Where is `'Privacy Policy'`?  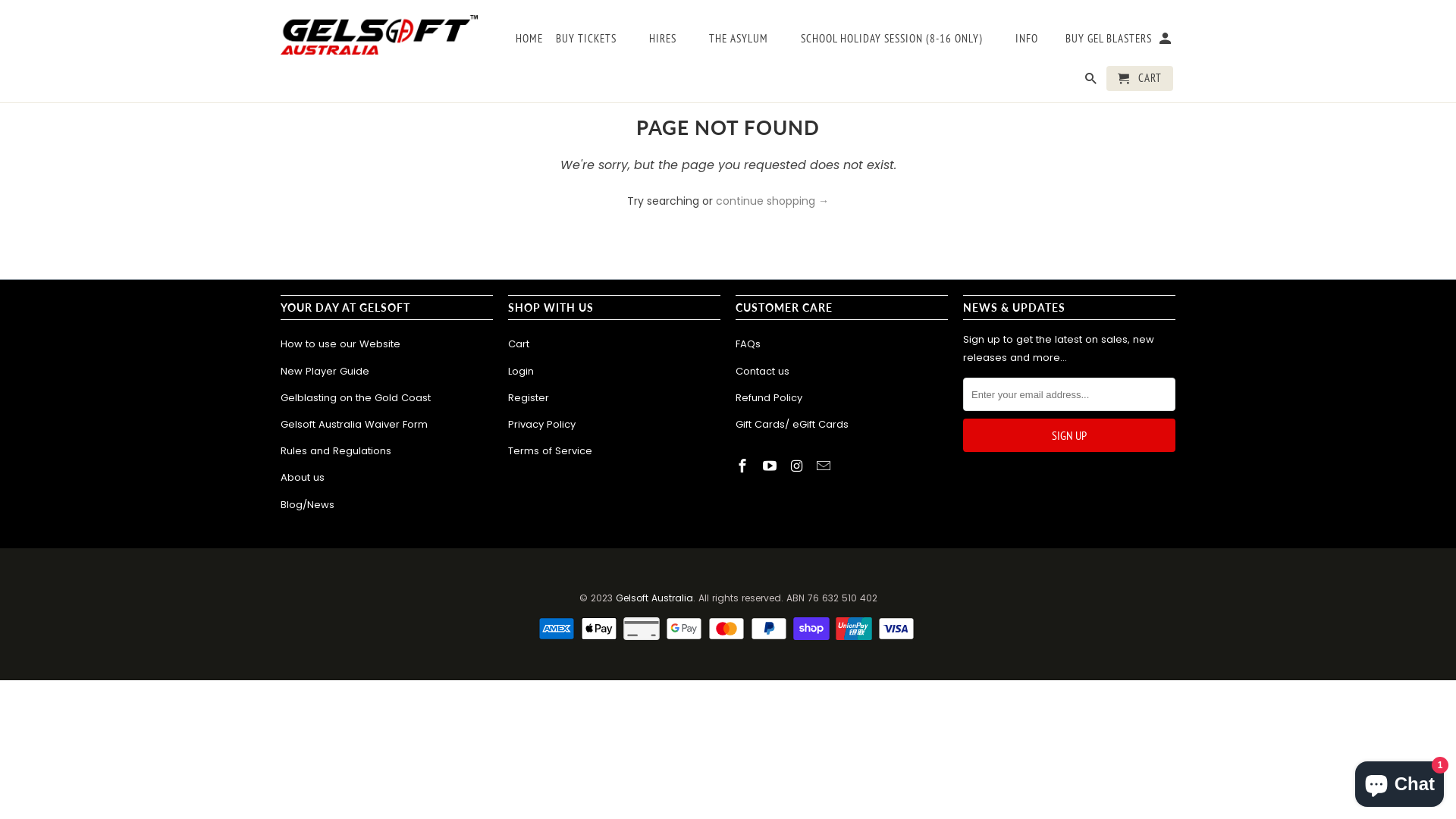
'Privacy Policy' is located at coordinates (541, 424).